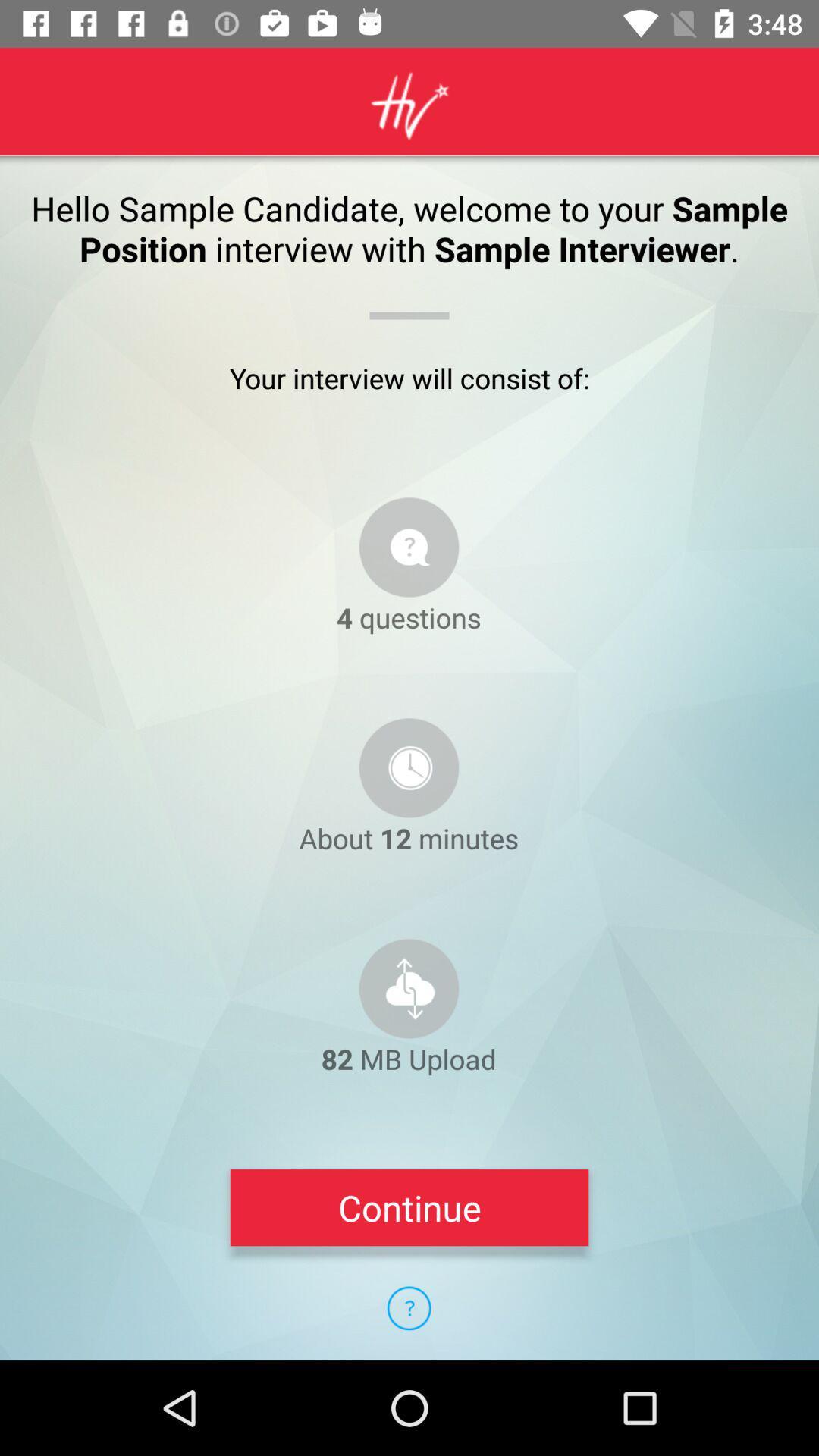  I want to click on item below continue icon, so click(408, 1307).